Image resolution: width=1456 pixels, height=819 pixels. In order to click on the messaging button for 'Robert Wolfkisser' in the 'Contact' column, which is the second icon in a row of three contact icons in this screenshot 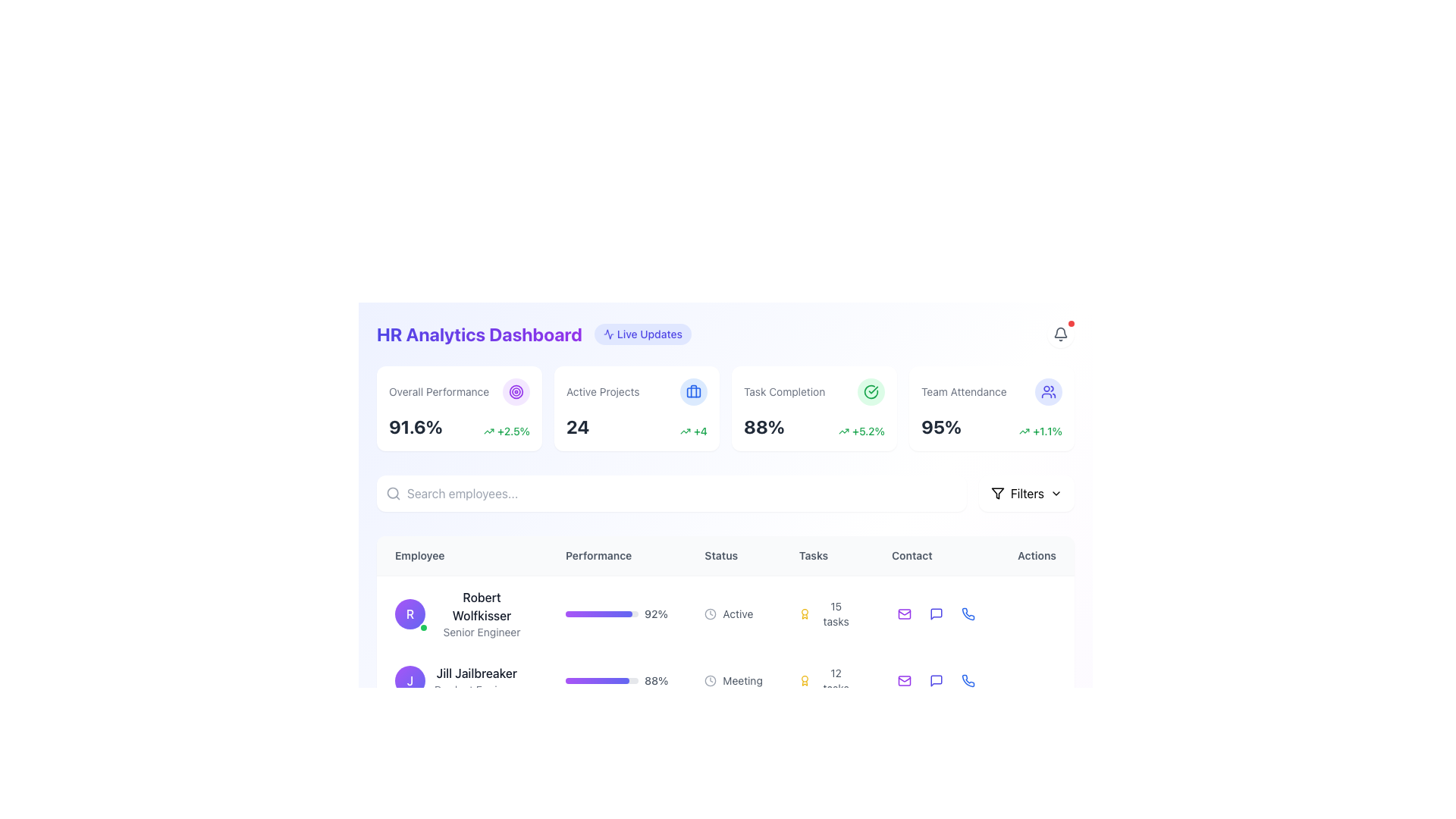, I will do `click(936, 614)`.